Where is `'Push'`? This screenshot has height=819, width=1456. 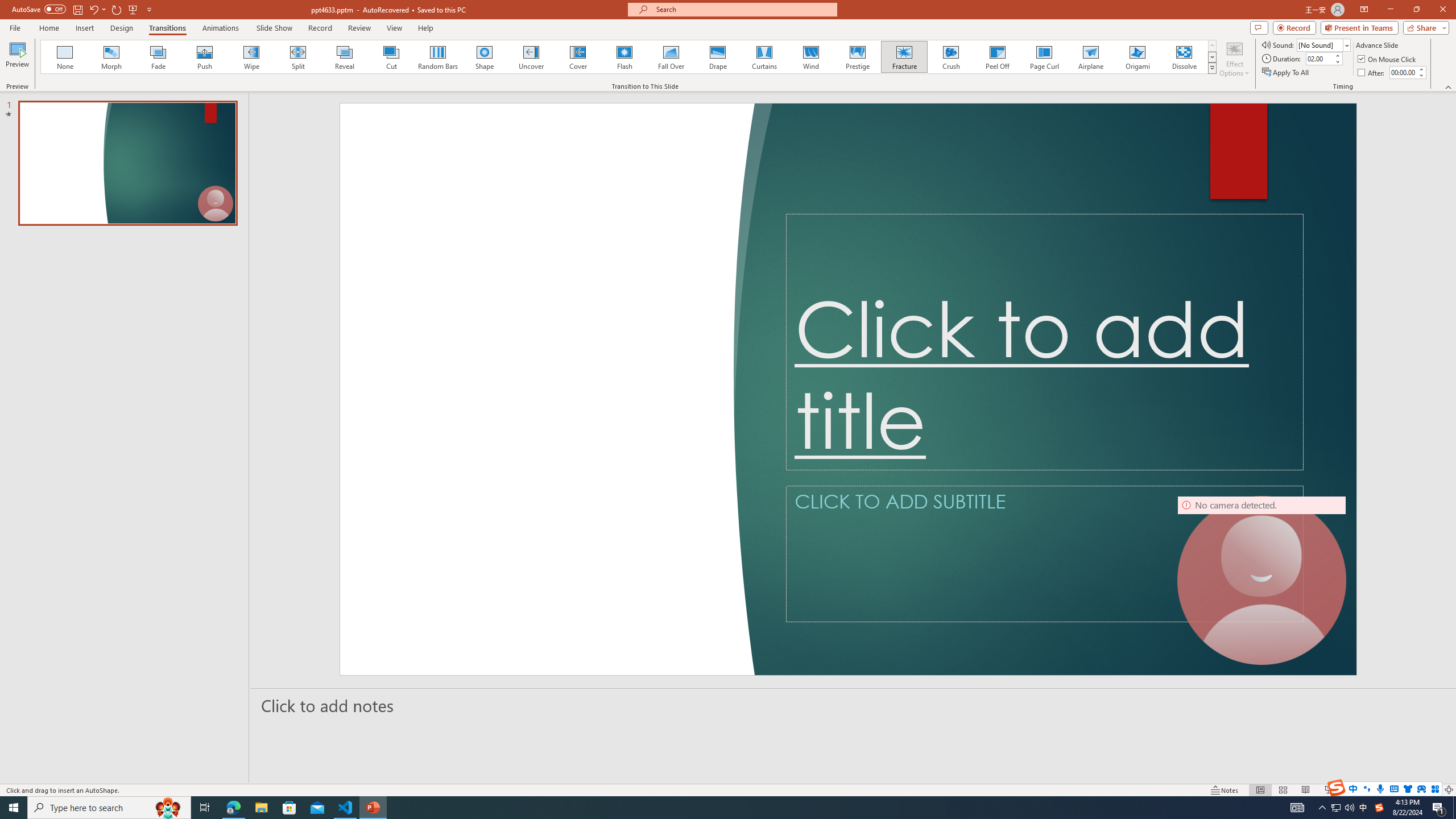
'Push' is located at coordinates (204, 56).